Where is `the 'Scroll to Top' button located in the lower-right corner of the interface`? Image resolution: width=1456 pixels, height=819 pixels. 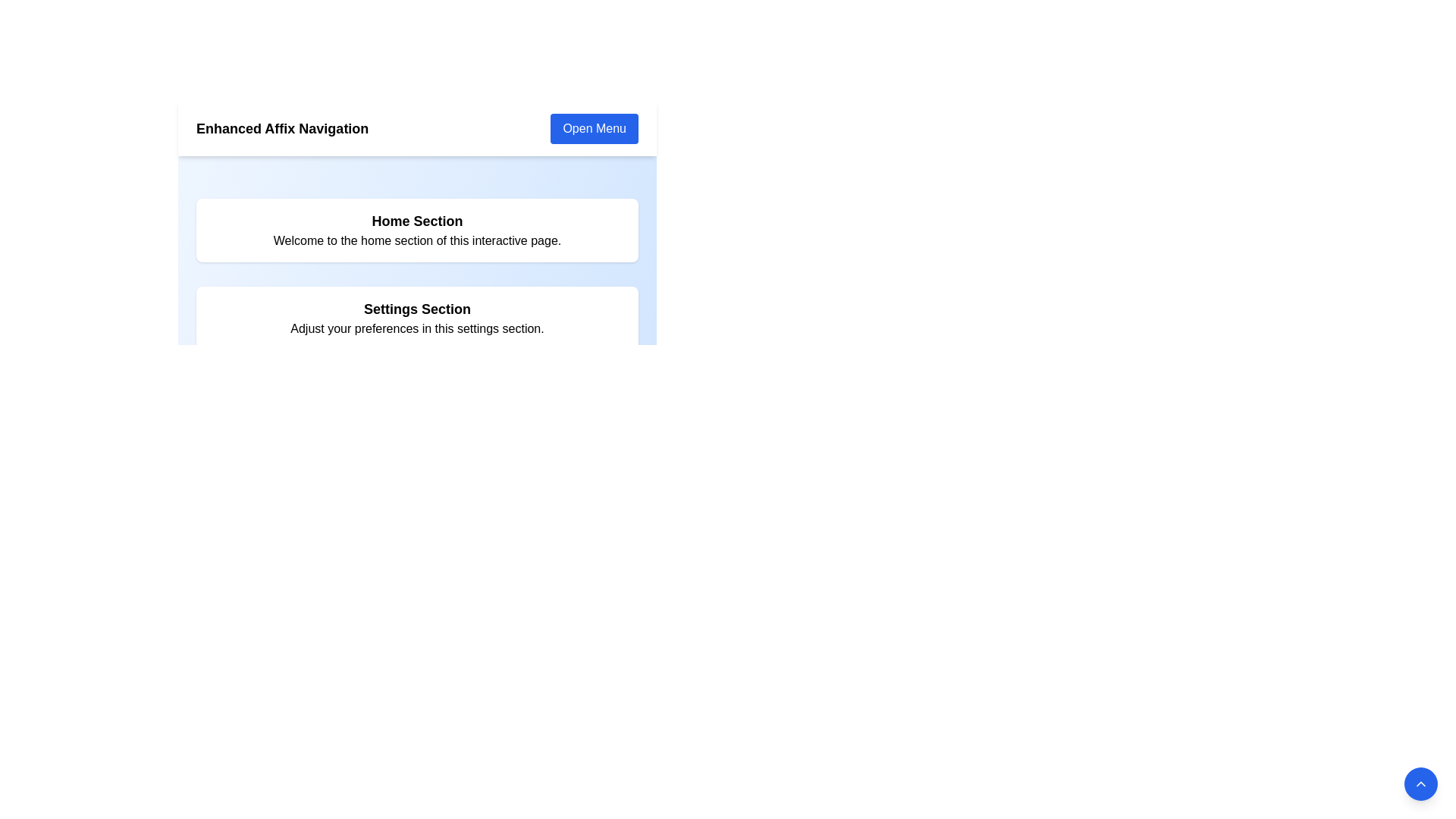
the 'Scroll to Top' button located in the lower-right corner of the interface is located at coordinates (1420, 783).